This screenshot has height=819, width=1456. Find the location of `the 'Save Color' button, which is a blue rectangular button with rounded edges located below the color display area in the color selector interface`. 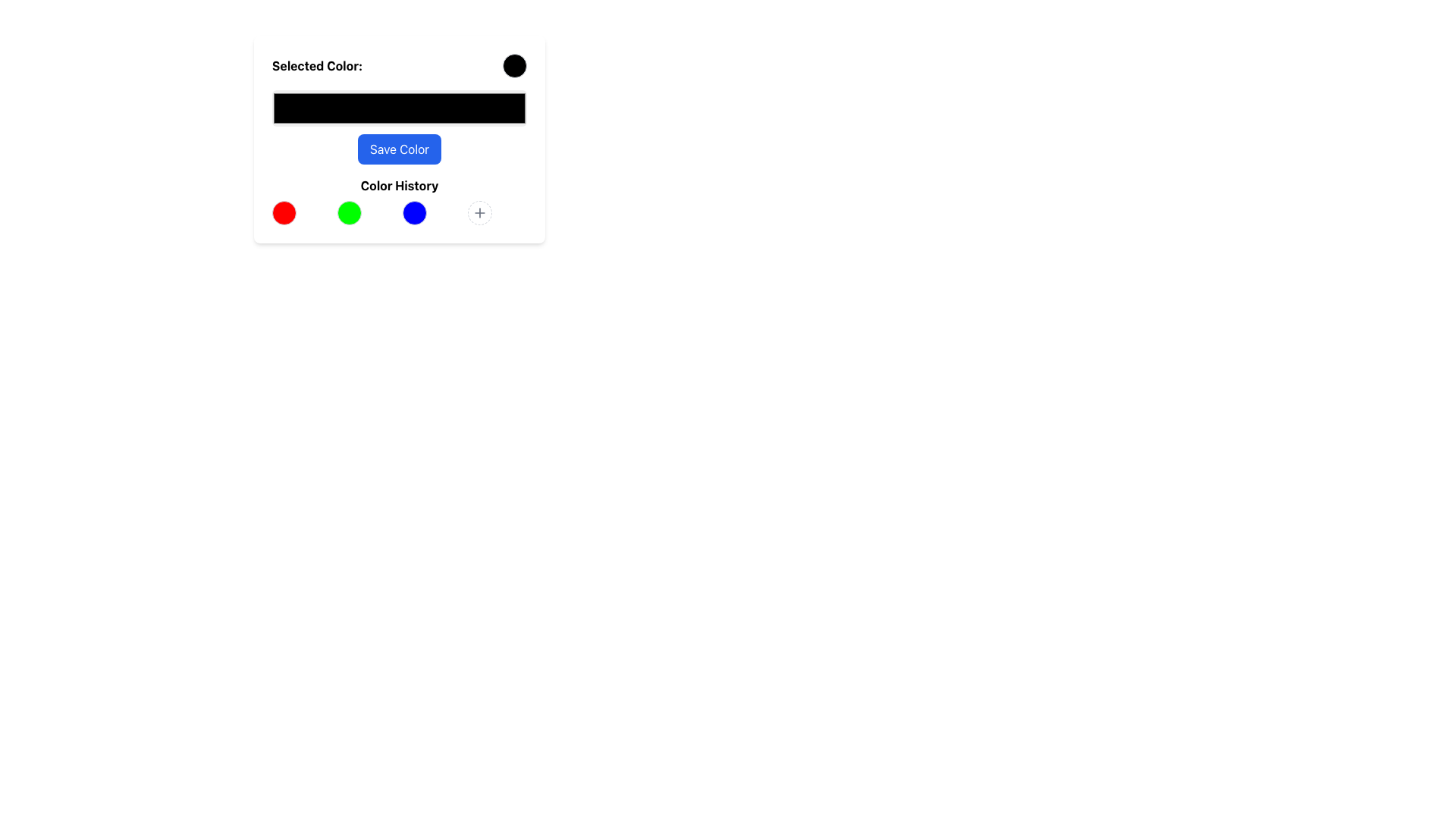

the 'Save Color' button, which is a blue rectangular button with rounded edges located below the color display area in the color selector interface is located at coordinates (400, 149).